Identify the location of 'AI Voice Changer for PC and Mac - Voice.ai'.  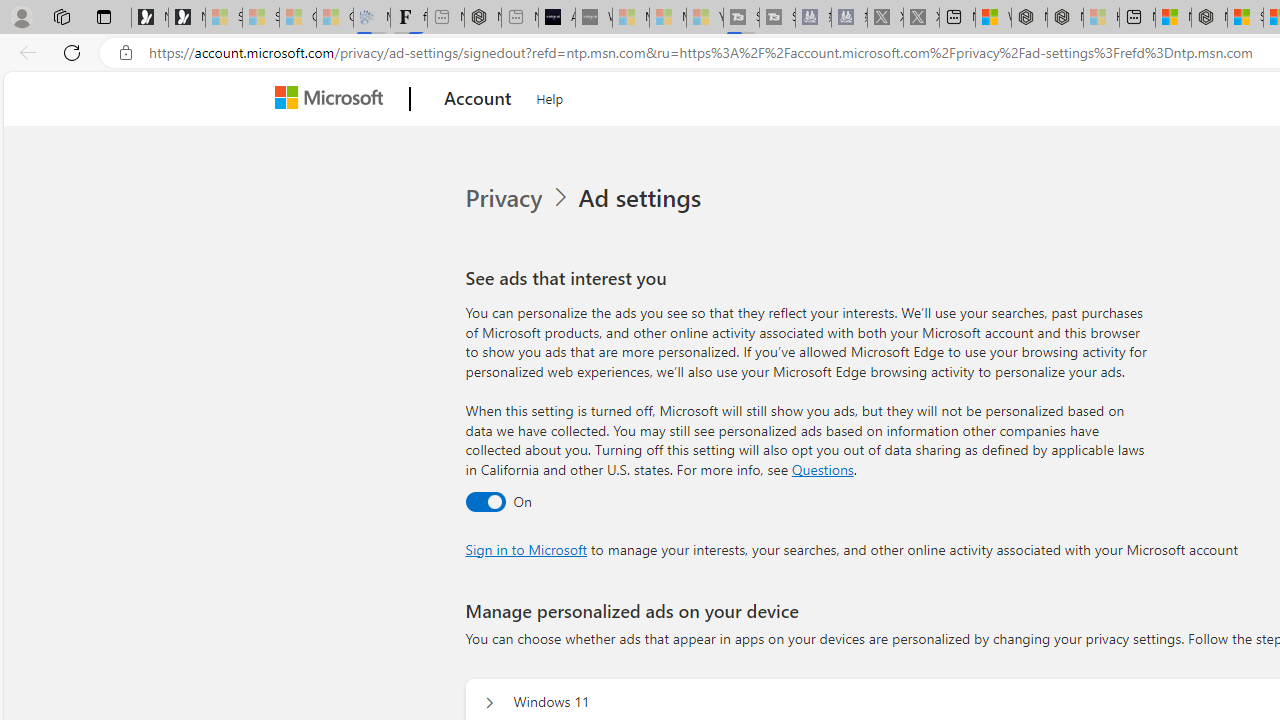
(556, 17).